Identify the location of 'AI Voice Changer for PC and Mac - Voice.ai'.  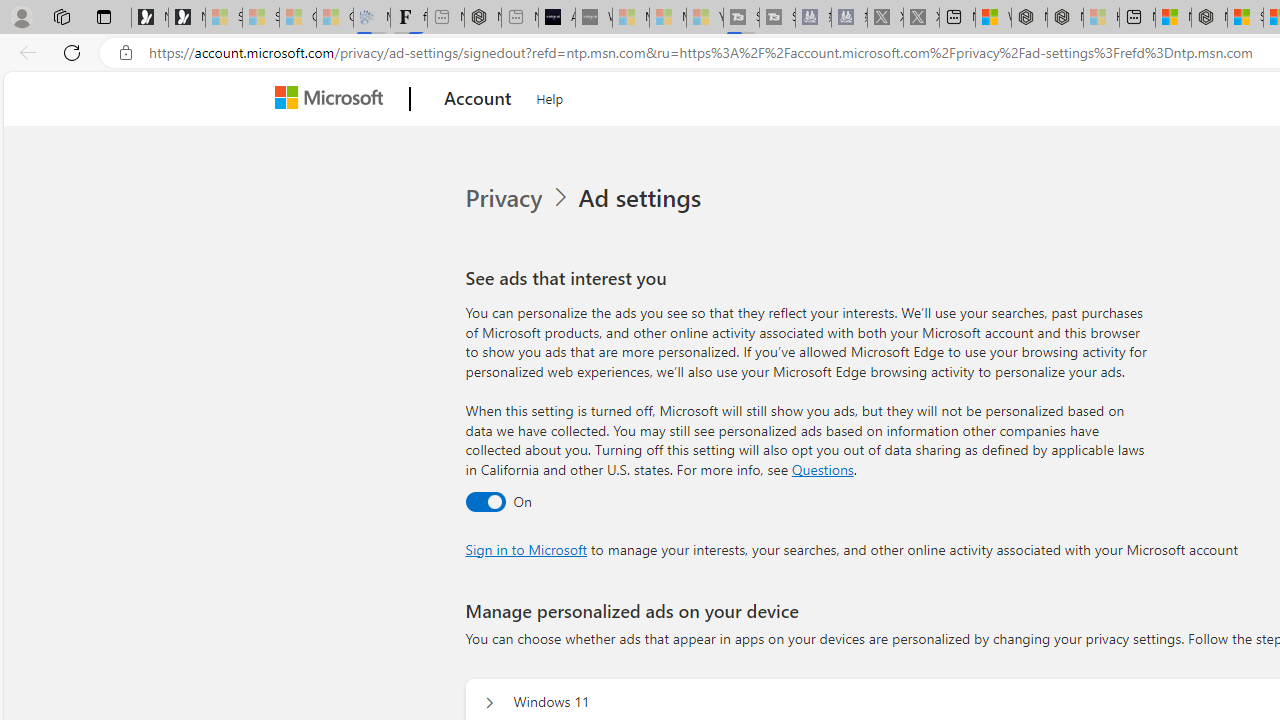
(556, 17).